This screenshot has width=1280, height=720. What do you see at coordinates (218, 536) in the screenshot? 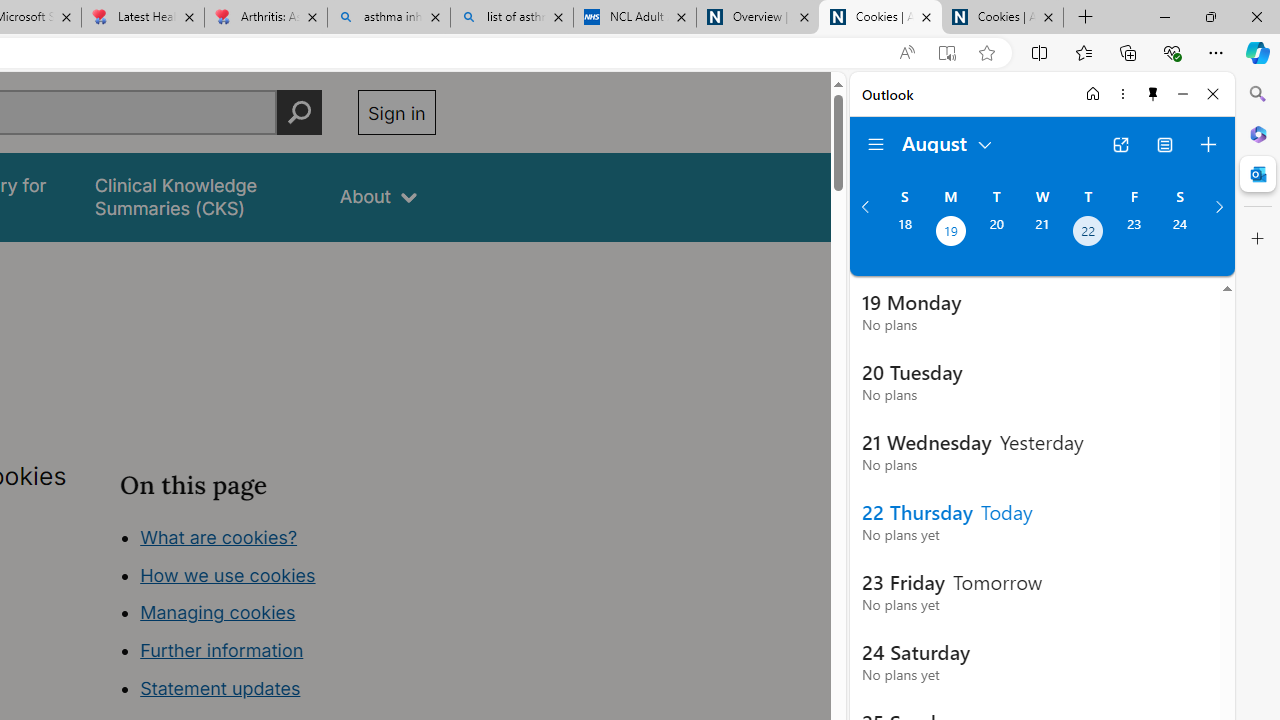
I see `'What are cookies?'` at bounding box center [218, 536].